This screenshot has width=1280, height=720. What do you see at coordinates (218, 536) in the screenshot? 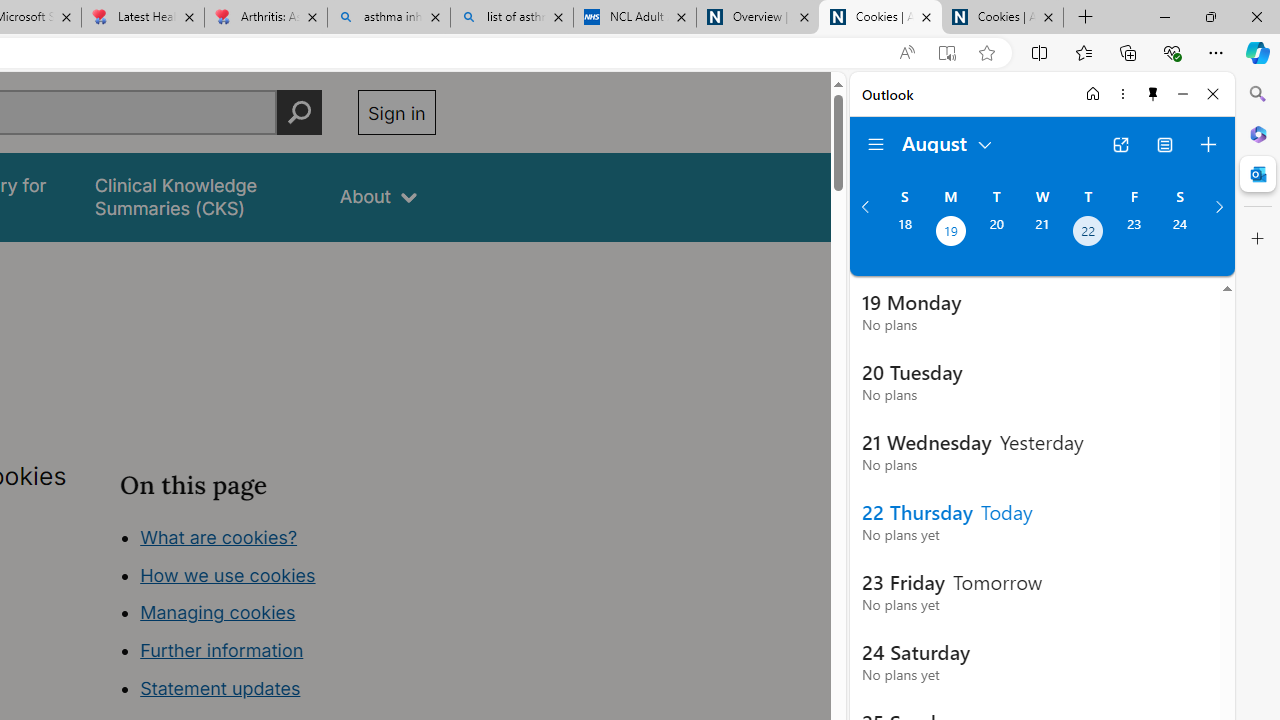
I see `'What are cookies?'` at bounding box center [218, 536].